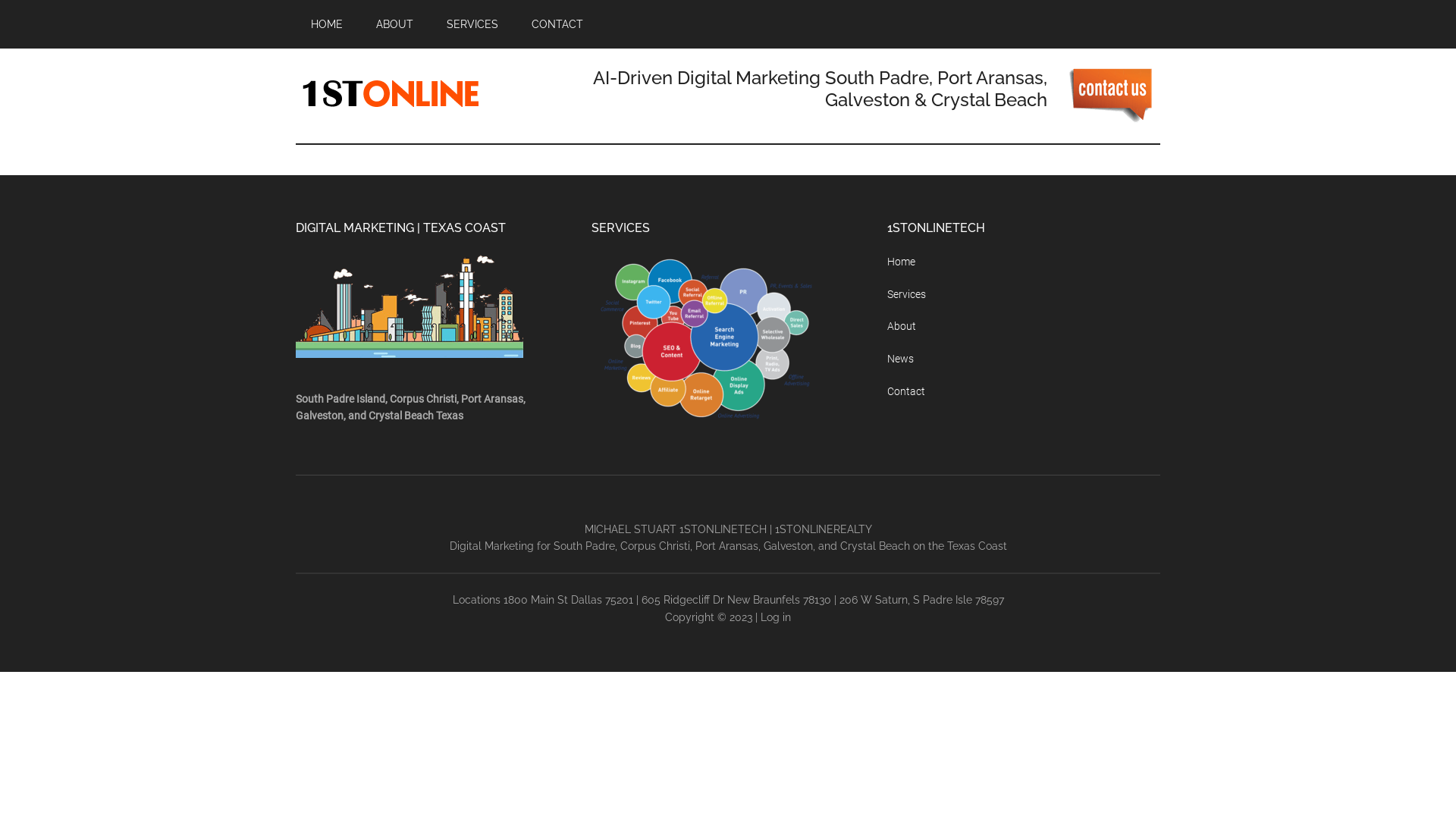  I want to click on 'Services', so click(906, 294).